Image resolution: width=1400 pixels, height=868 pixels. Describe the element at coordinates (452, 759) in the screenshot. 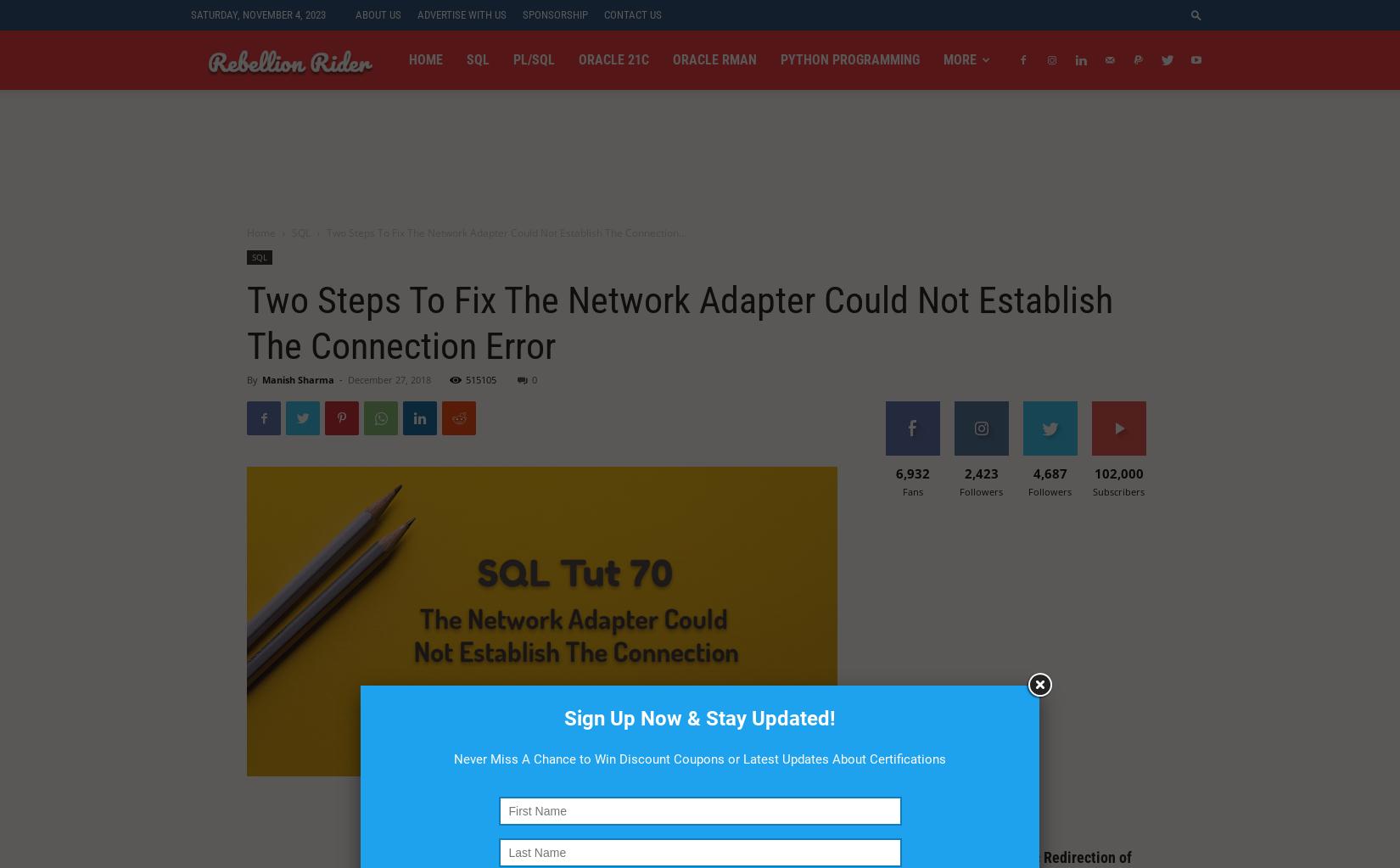

I see `'Never Miss A Chance to Win Discount Coupons or Latest Updates About Certifications'` at that location.